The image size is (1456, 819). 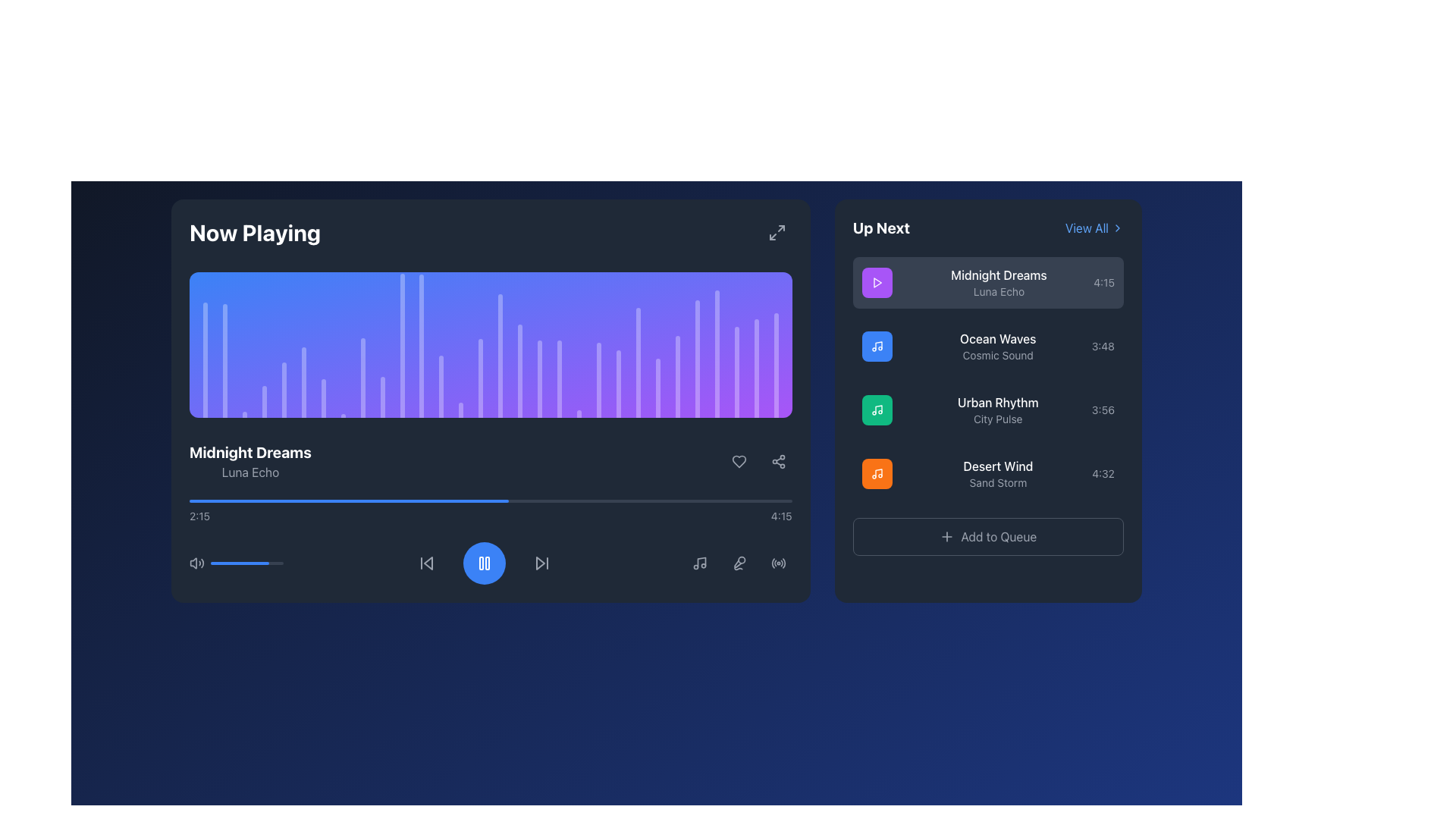 I want to click on the progression of the slim horizontal progress bar located in the 'Now Playing' section, which is styled with a gray background and a blue progression overlay, so click(x=491, y=500).